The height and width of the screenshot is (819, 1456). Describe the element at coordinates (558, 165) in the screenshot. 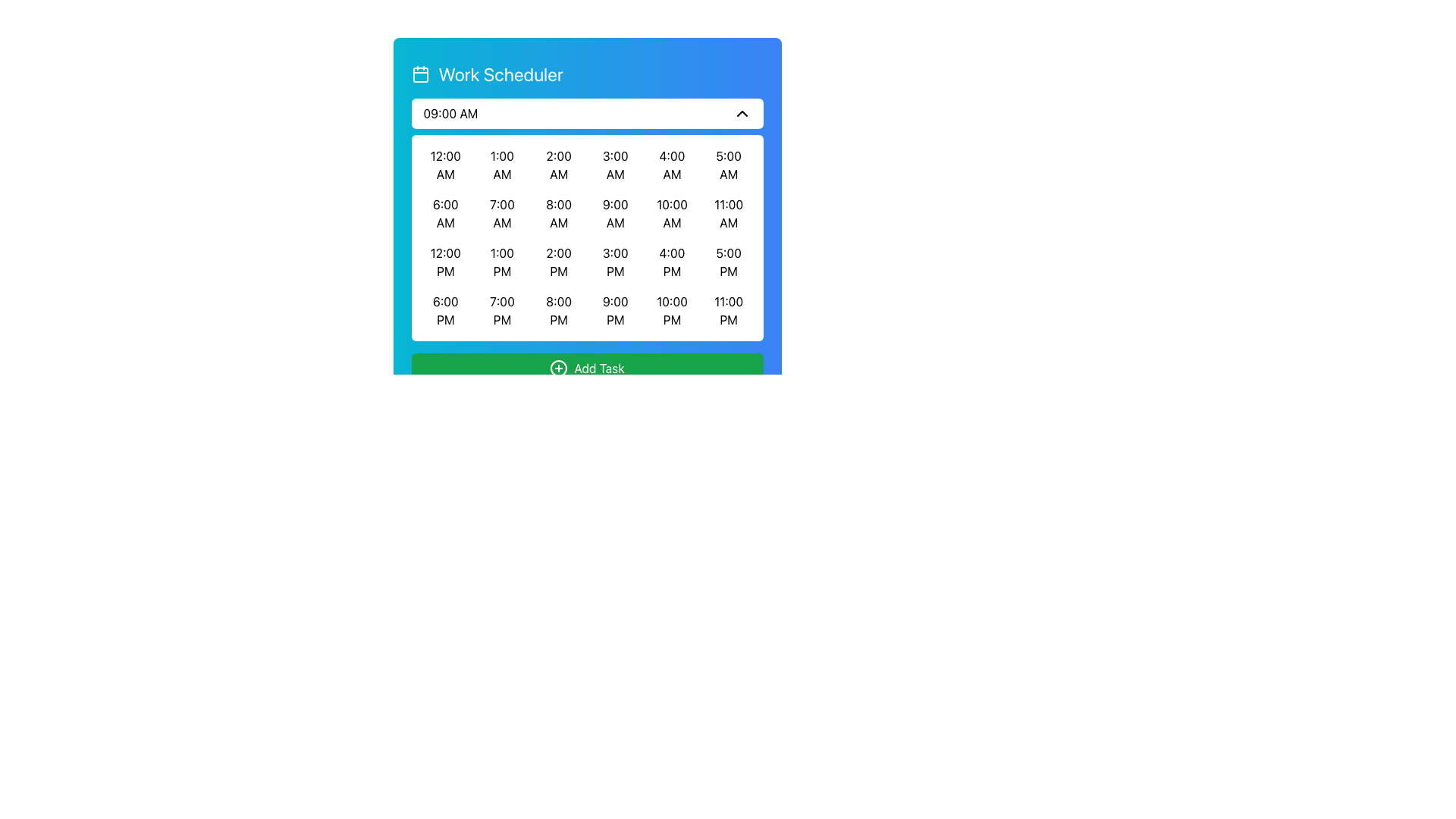

I see `the button displaying '2:00 AM', which is styled with rounded corners and changes color to blue upon hover` at that location.